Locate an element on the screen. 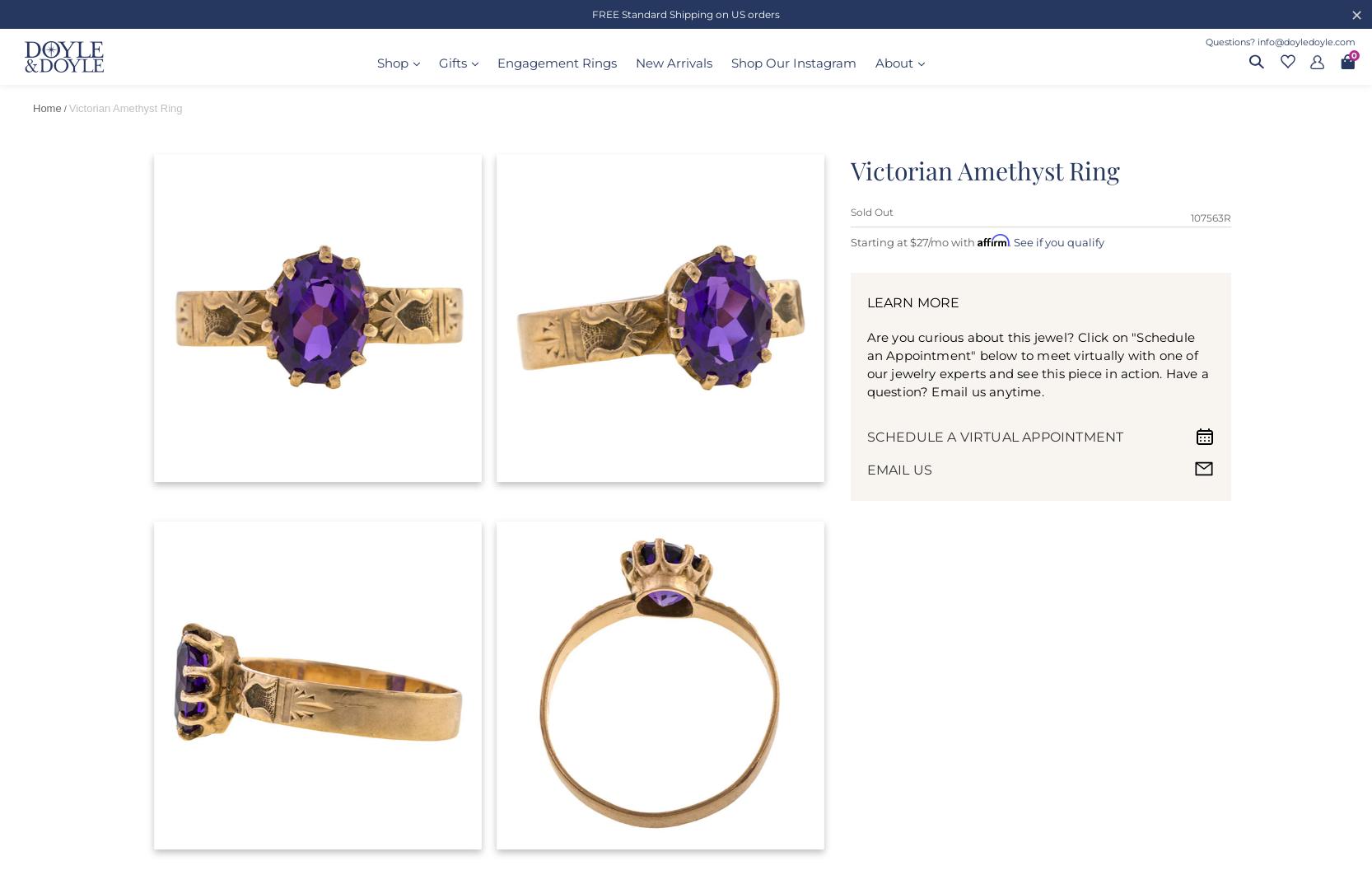  'Email US' is located at coordinates (899, 468).